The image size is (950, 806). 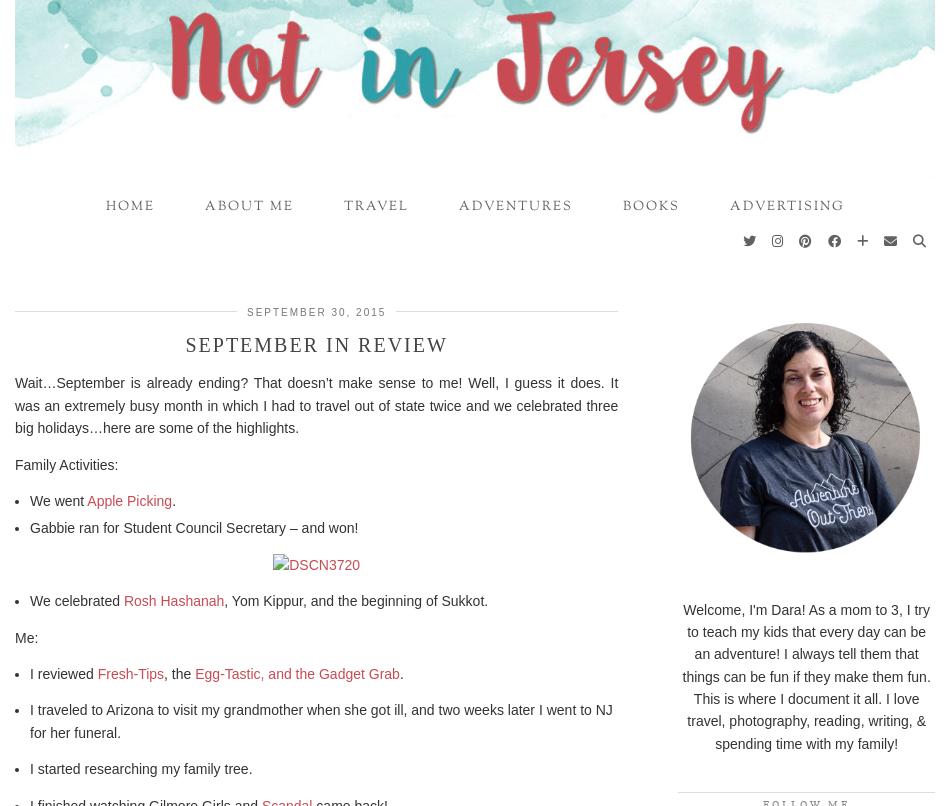 I want to click on 'books', so click(x=650, y=205).